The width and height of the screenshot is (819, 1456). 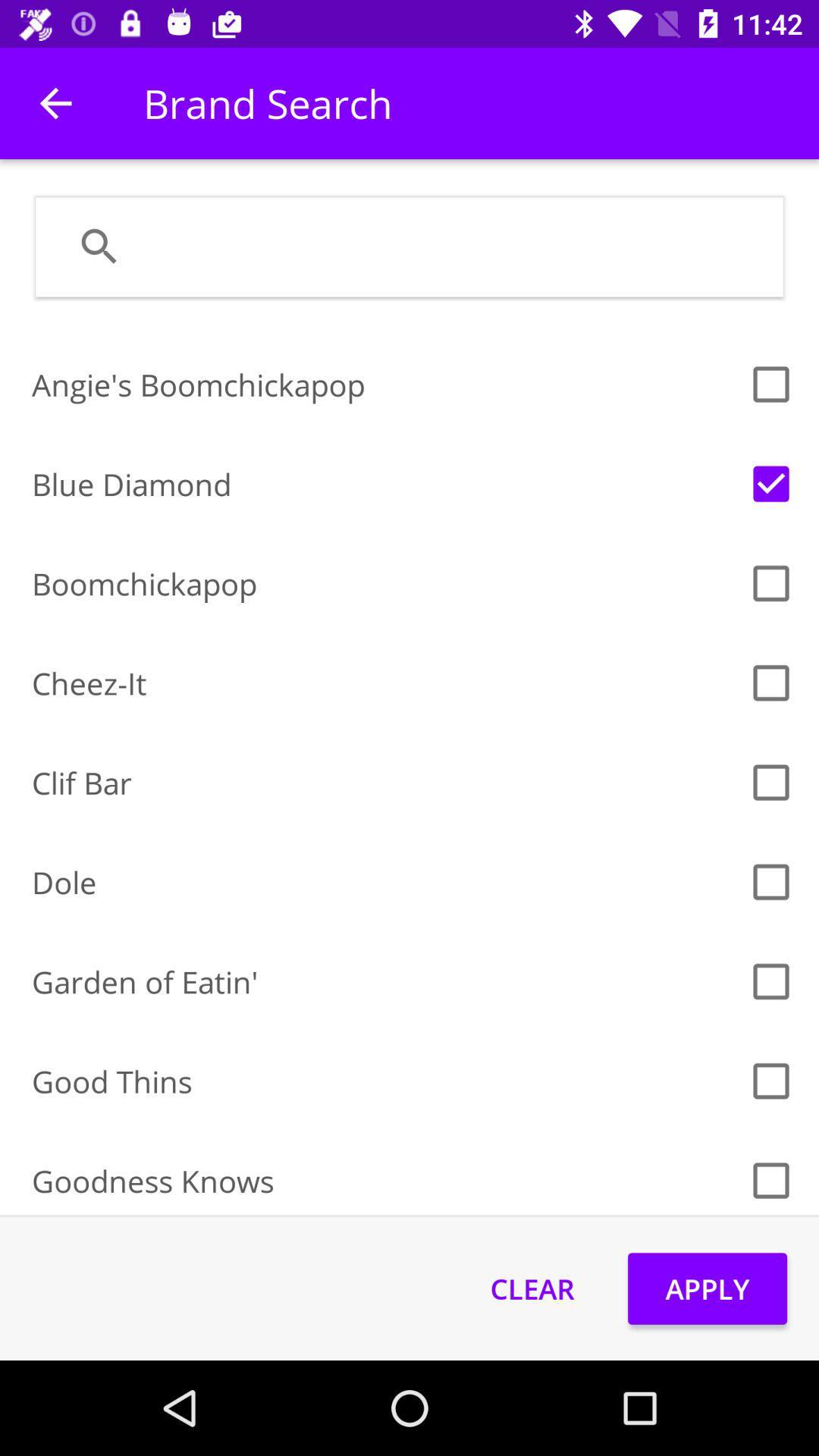 I want to click on the clif bar, so click(x=384, y=783).